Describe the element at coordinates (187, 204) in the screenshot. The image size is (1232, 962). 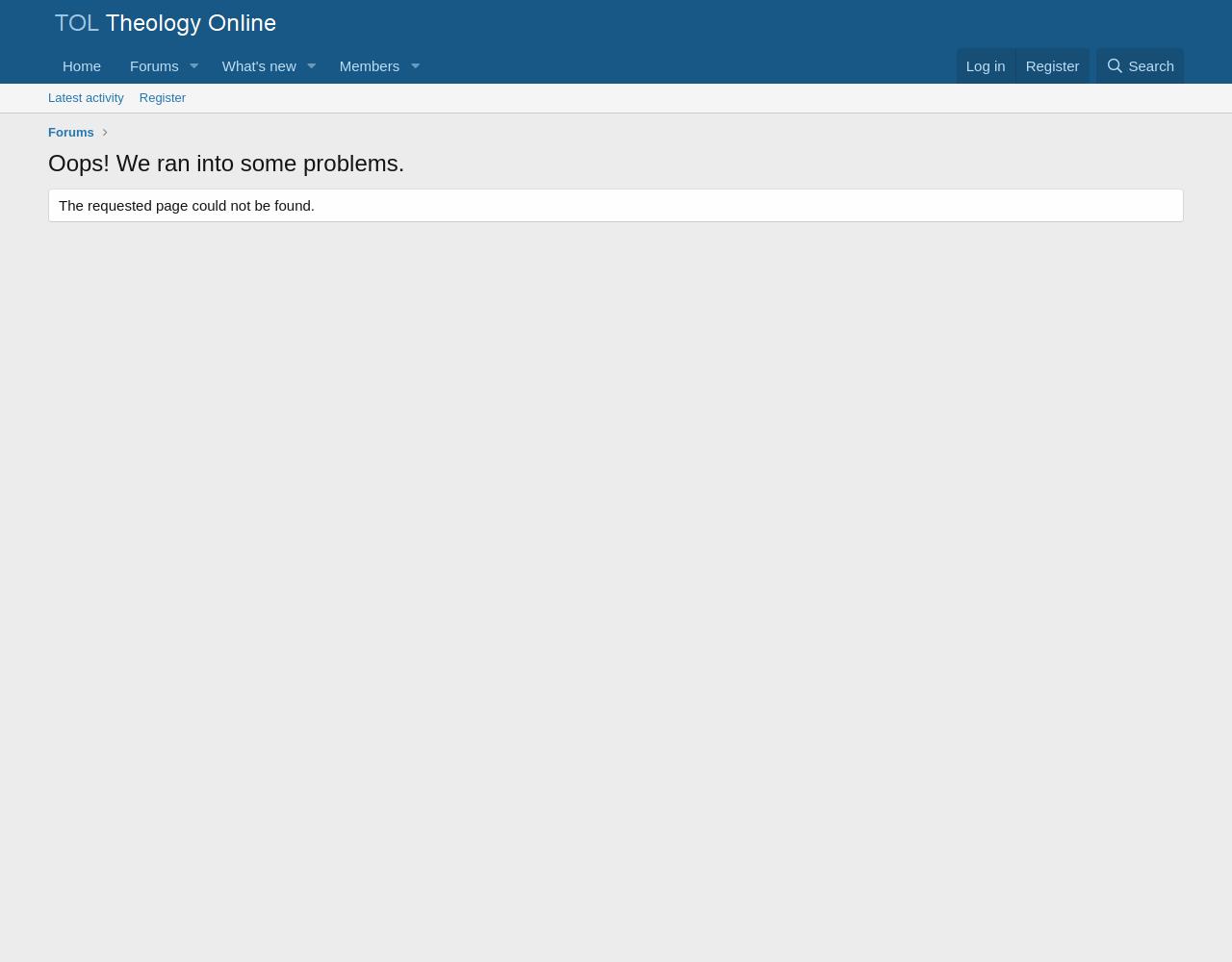
I see `'The requested page could not be found.'` at that location.